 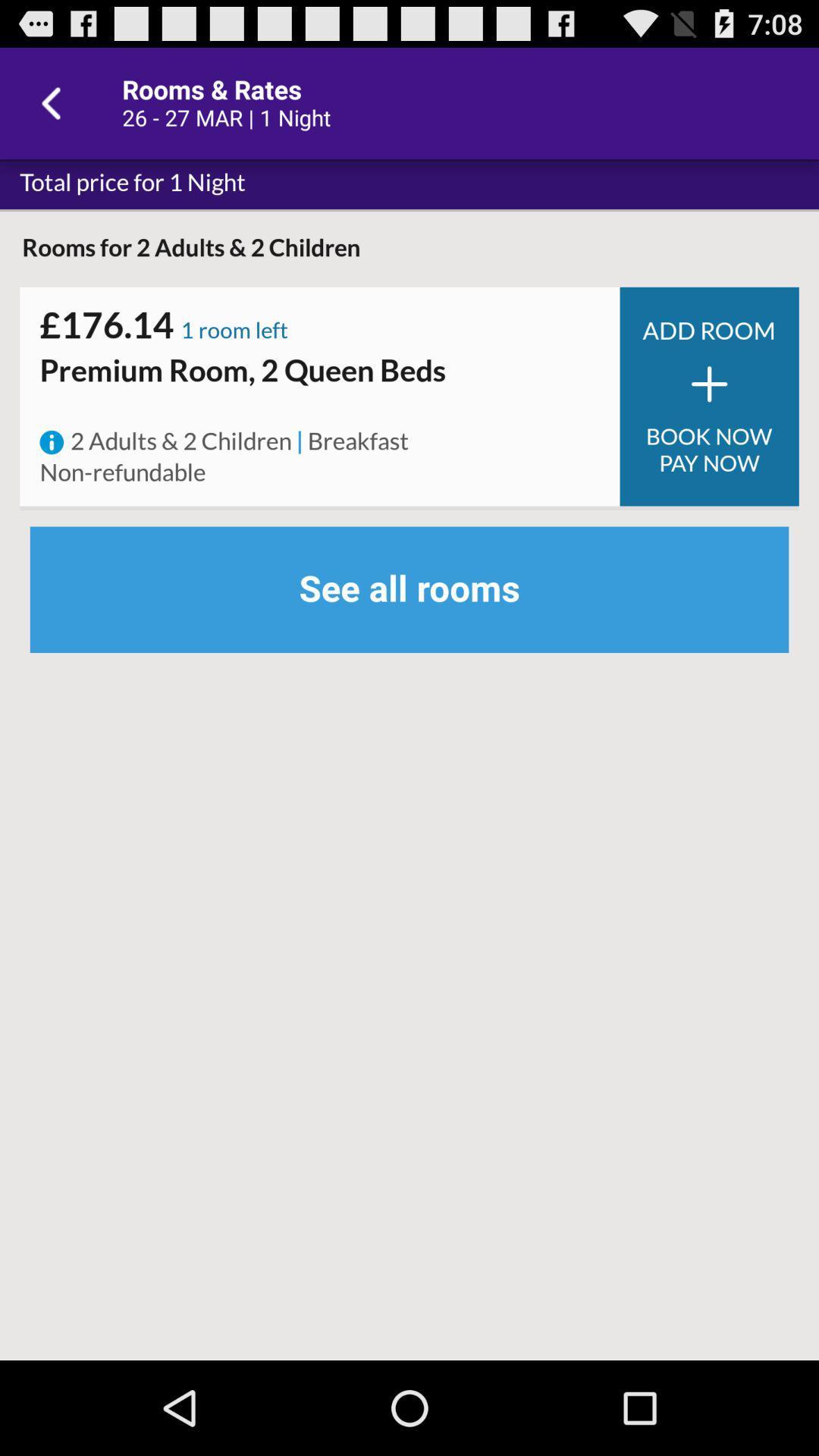 I want to click on the item next to the add room icon, so click(x=234, y=331).